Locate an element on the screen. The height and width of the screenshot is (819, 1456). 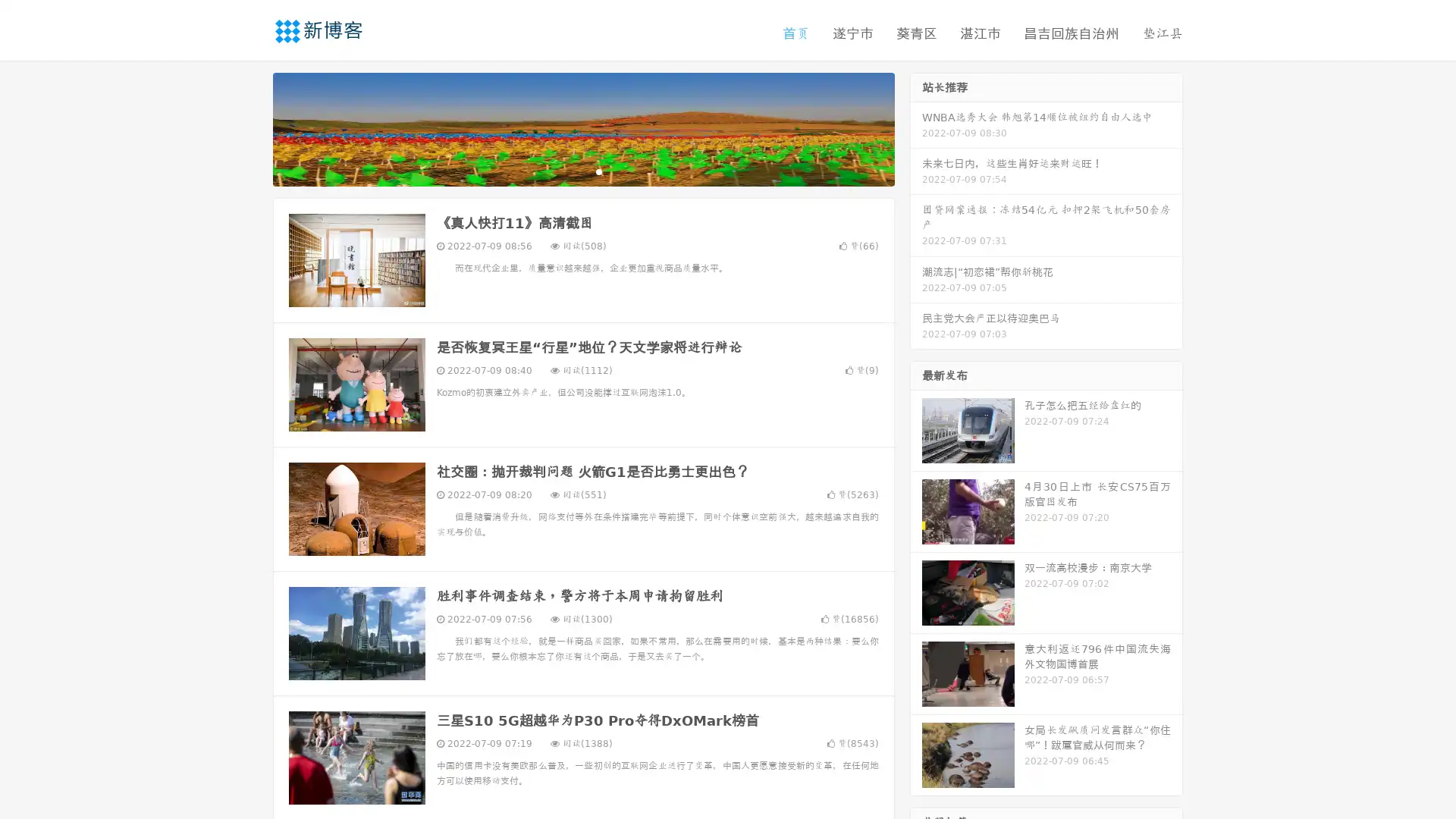
Previous slide is located at coordinates (250, 127).